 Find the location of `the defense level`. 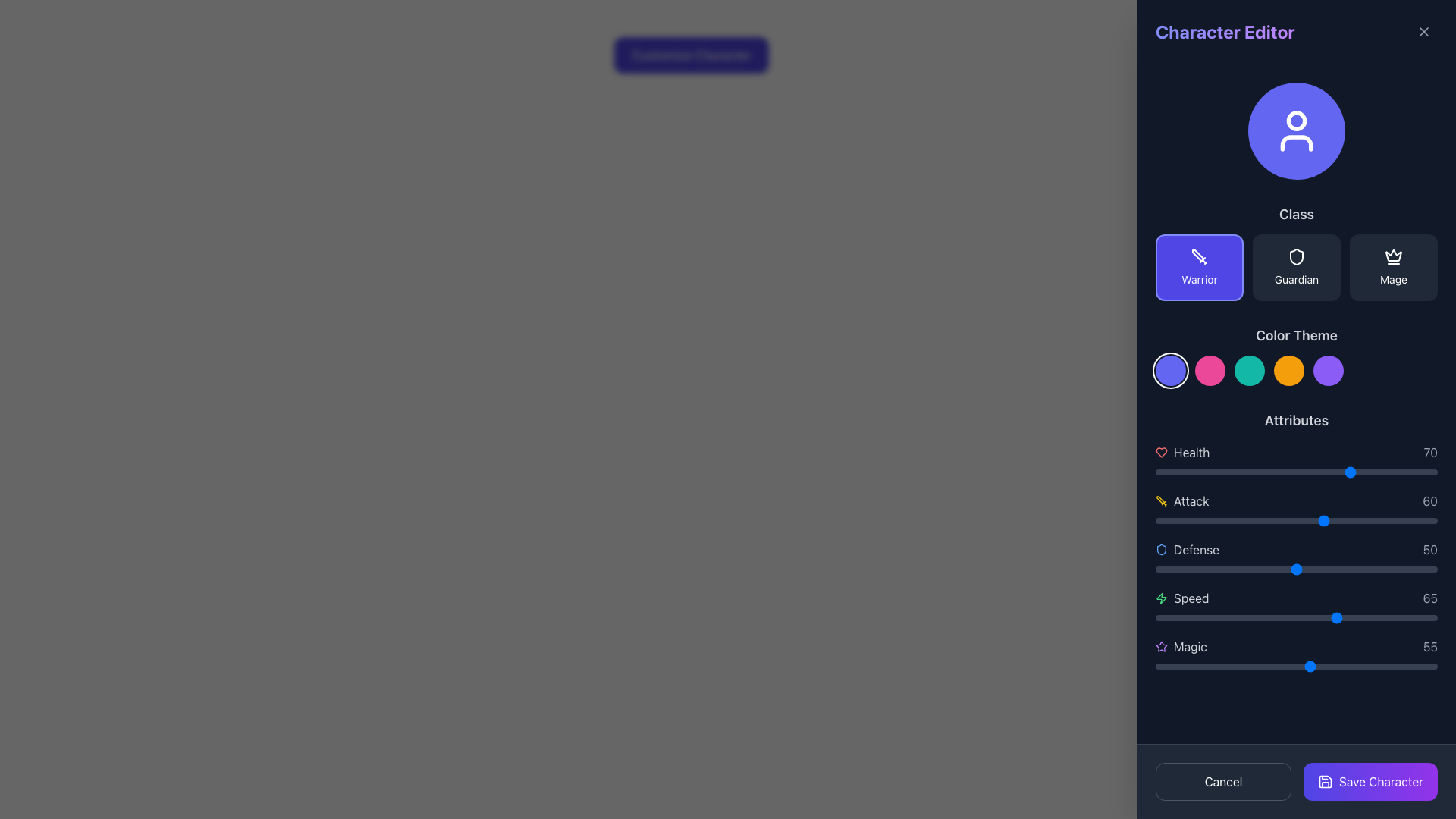

the defense level is located at coordinates (1324, 570).